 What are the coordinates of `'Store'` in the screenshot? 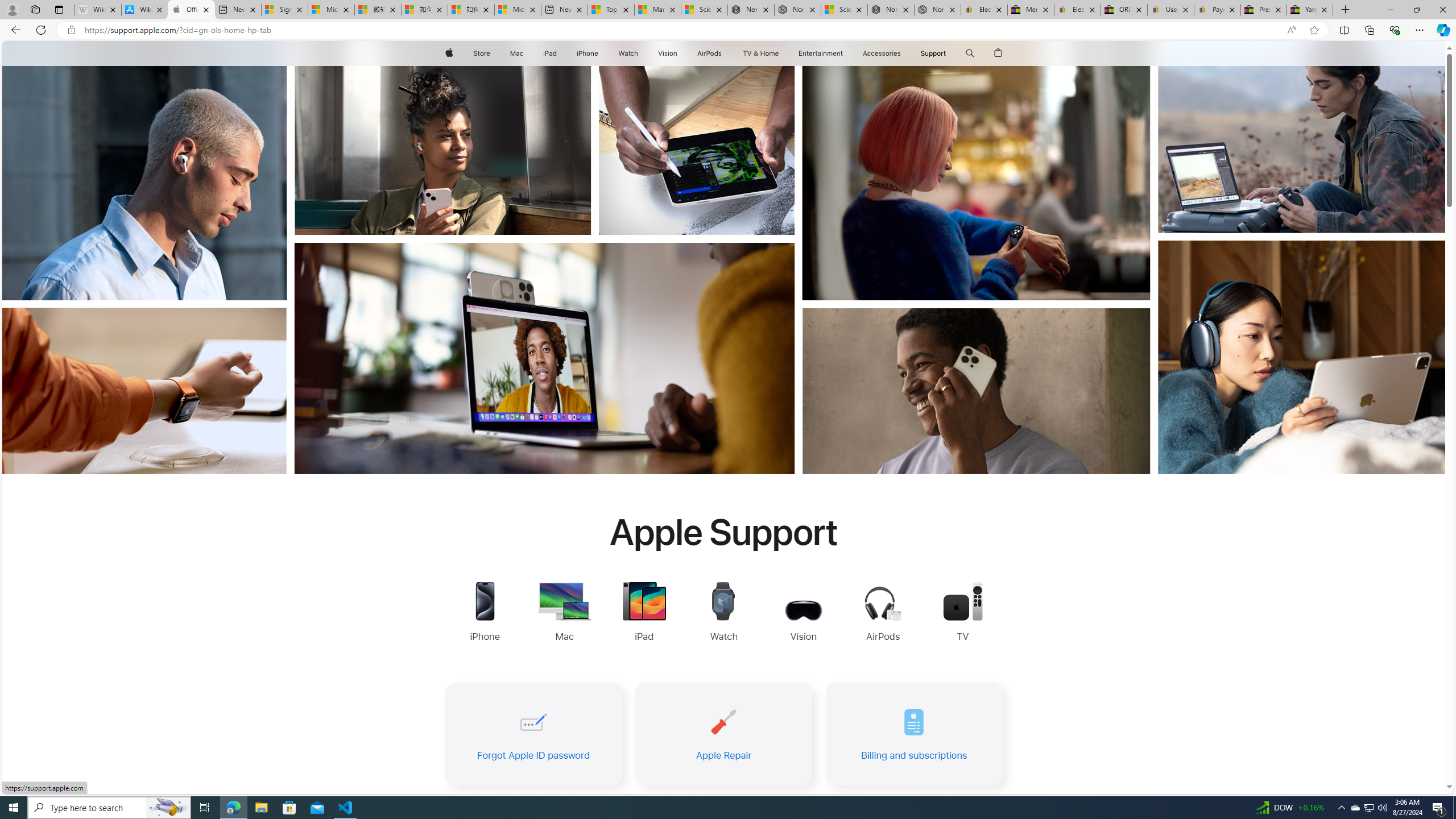 It's located at (481, 53).